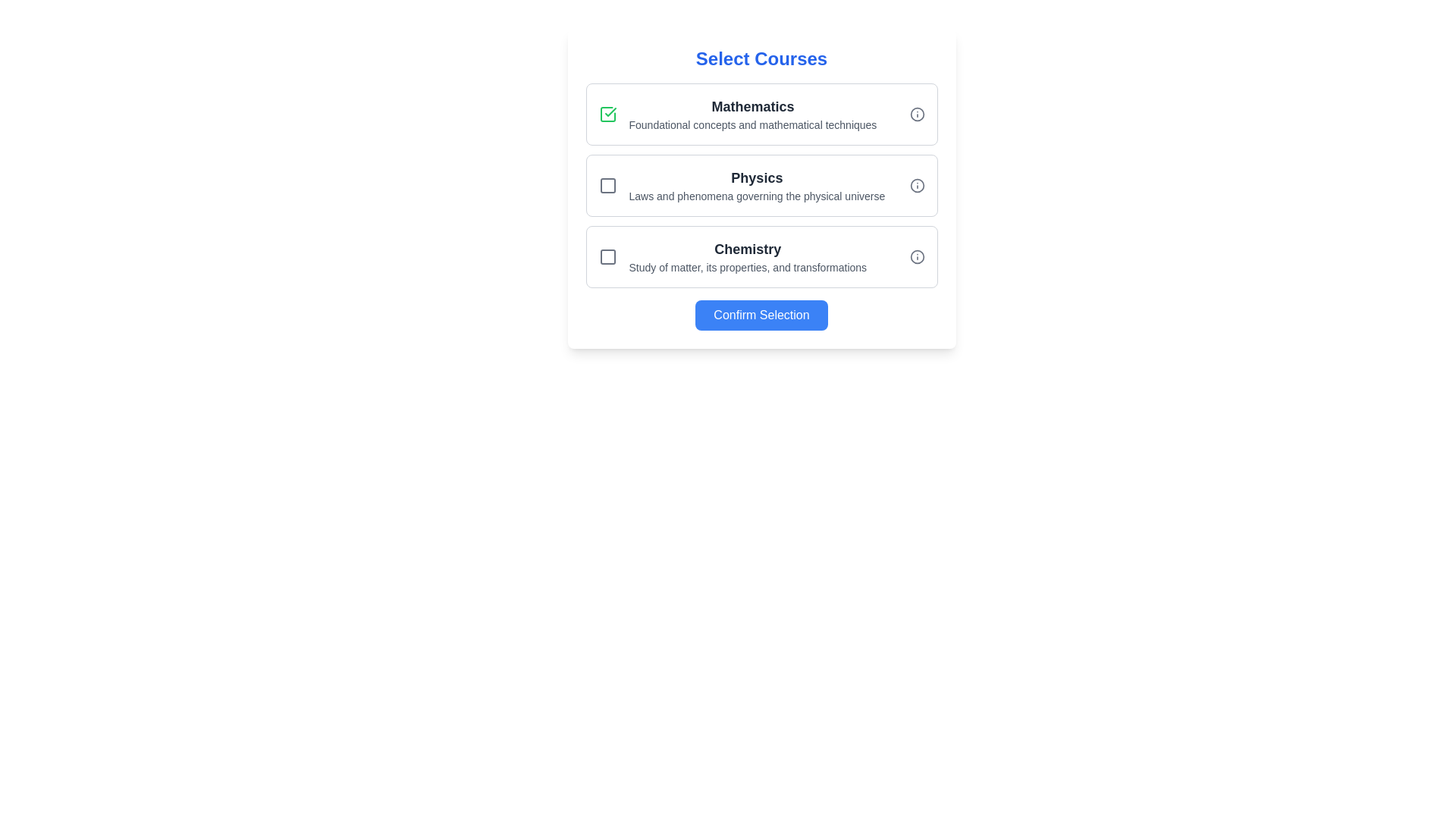 The image size is (1456, 819). What do you see at coordinates (607, 256) in the screenshot?
I see `the selection state icon for the 'Chemistry' option in the checkbox interface` at bounding box center [607, 256].